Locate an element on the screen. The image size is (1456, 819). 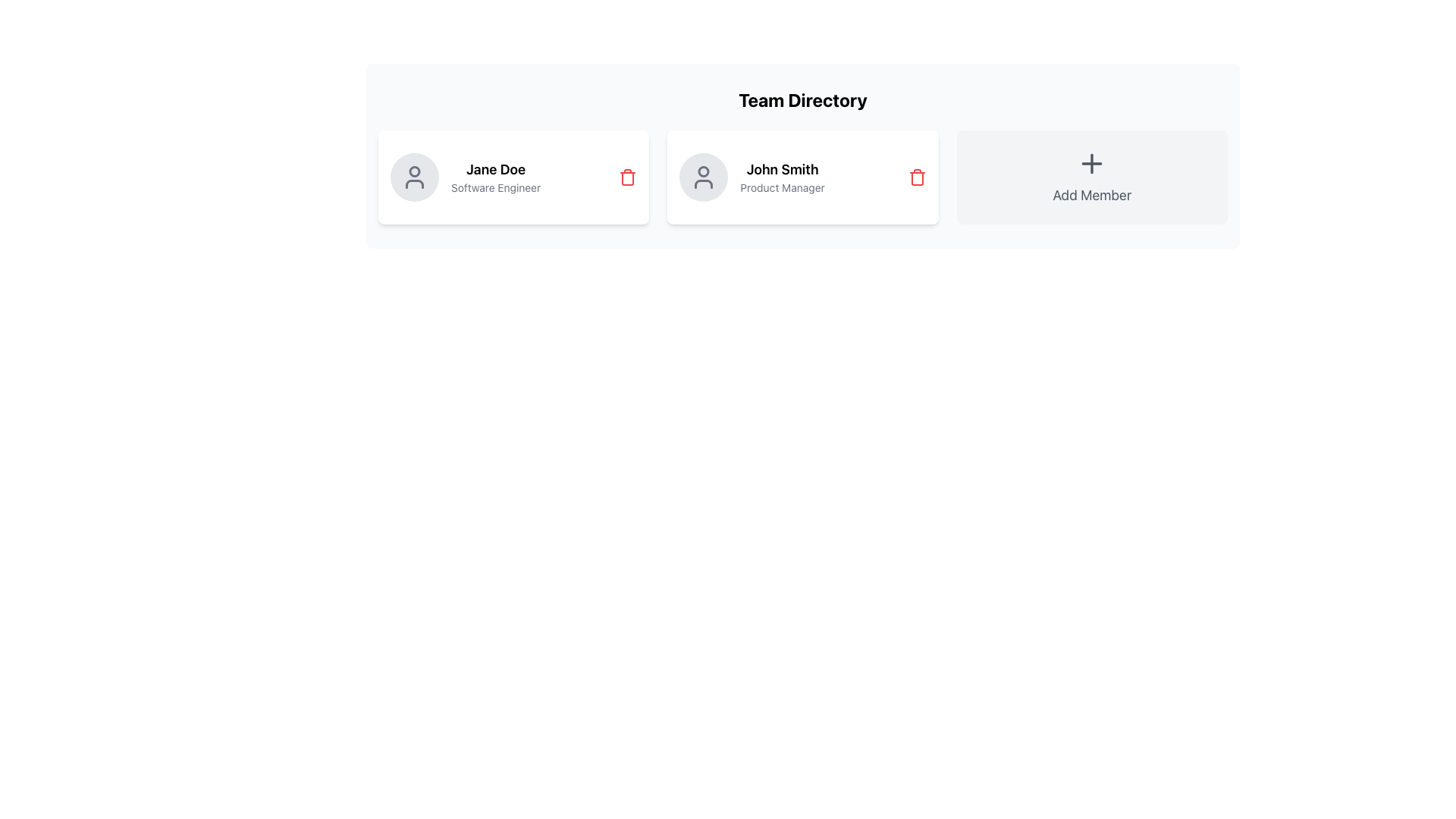
the text label indicating the purpose of the button-like card for adding a new member to the team directory, located centrally within its card on the far right of the row under the title 'Team Directory' is located at coordinates (1092, 195).